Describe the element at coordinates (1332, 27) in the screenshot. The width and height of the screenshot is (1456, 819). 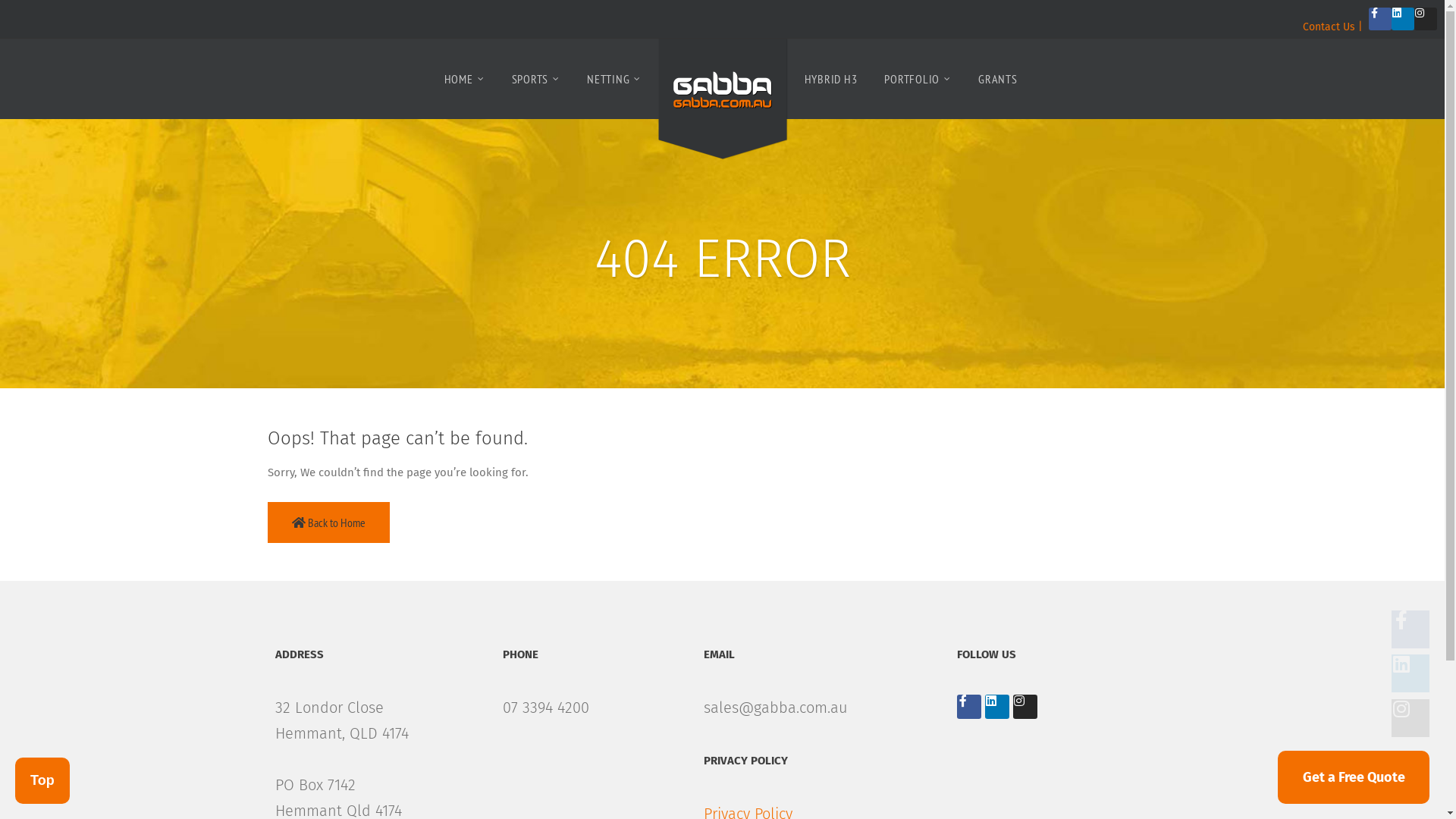
I see `'Contact Us |'` at that location.